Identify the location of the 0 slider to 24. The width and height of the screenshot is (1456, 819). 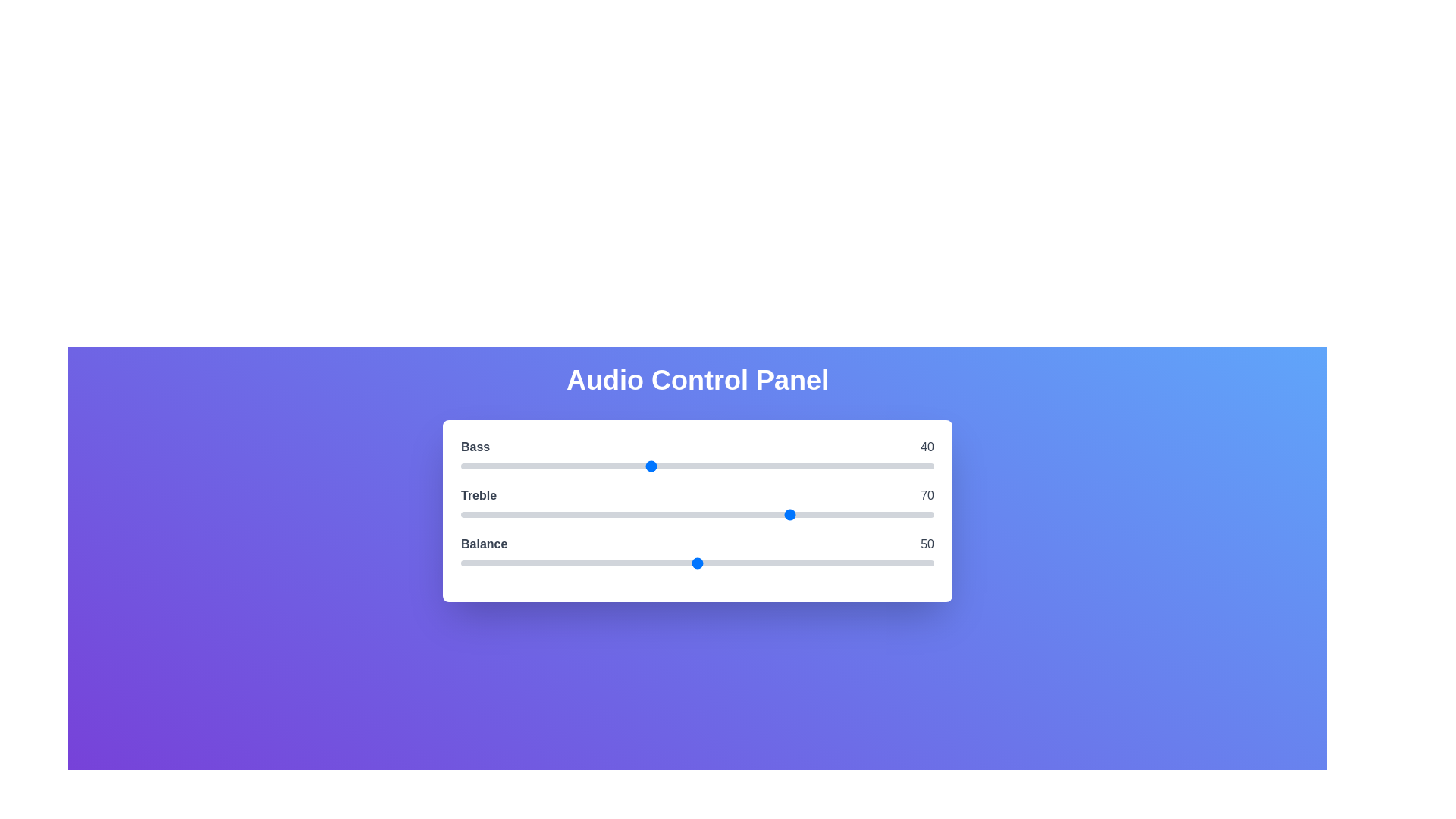
(573, 465).